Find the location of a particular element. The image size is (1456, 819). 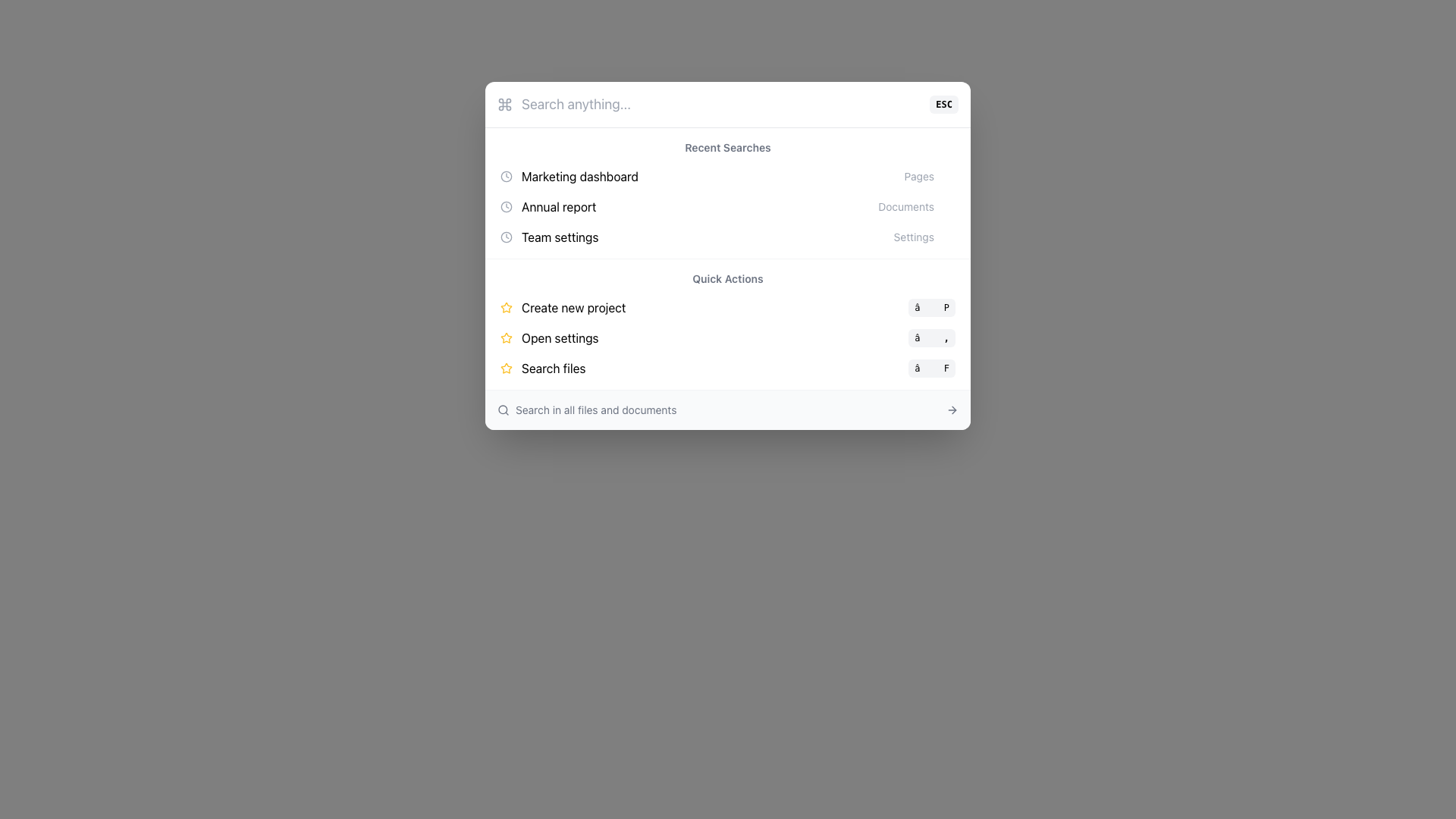

the minimalist clock icon located to the left of the 'Team settings' label in the 'Recent Searches' section is located at coordinates (506, 237).